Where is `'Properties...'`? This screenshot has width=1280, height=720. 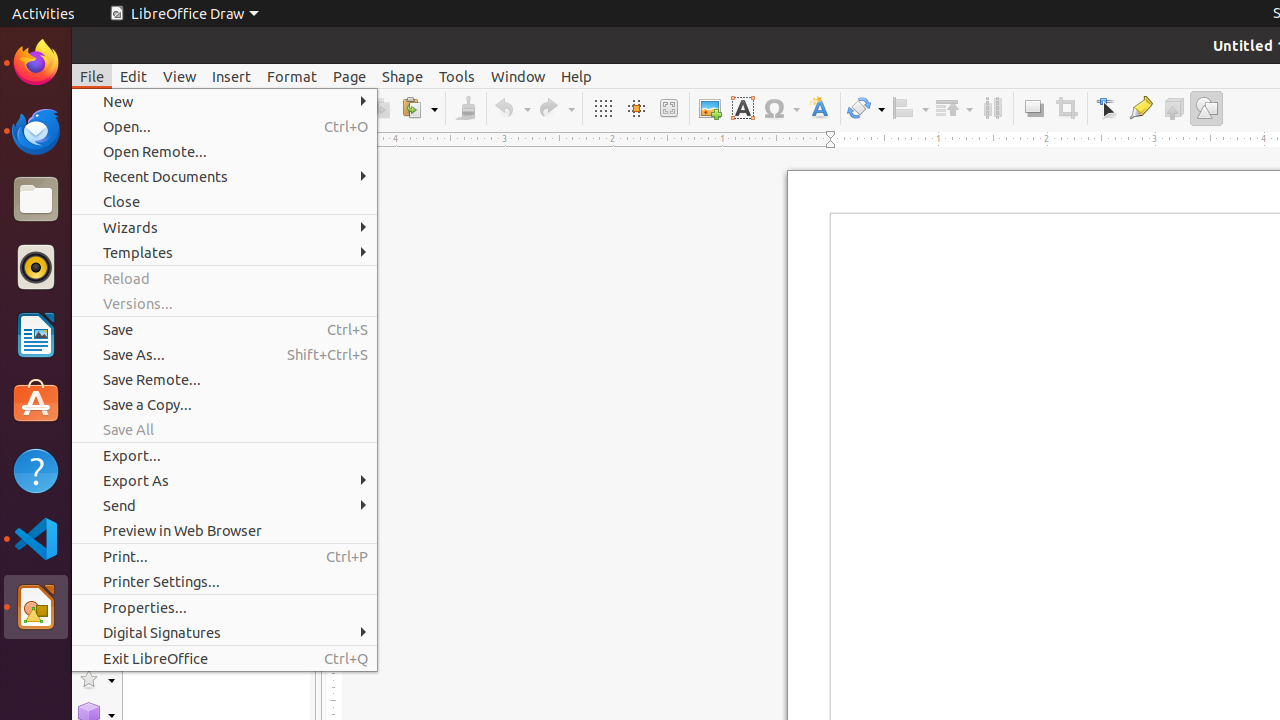 'Properties...' is located at coordinates (224, 606).